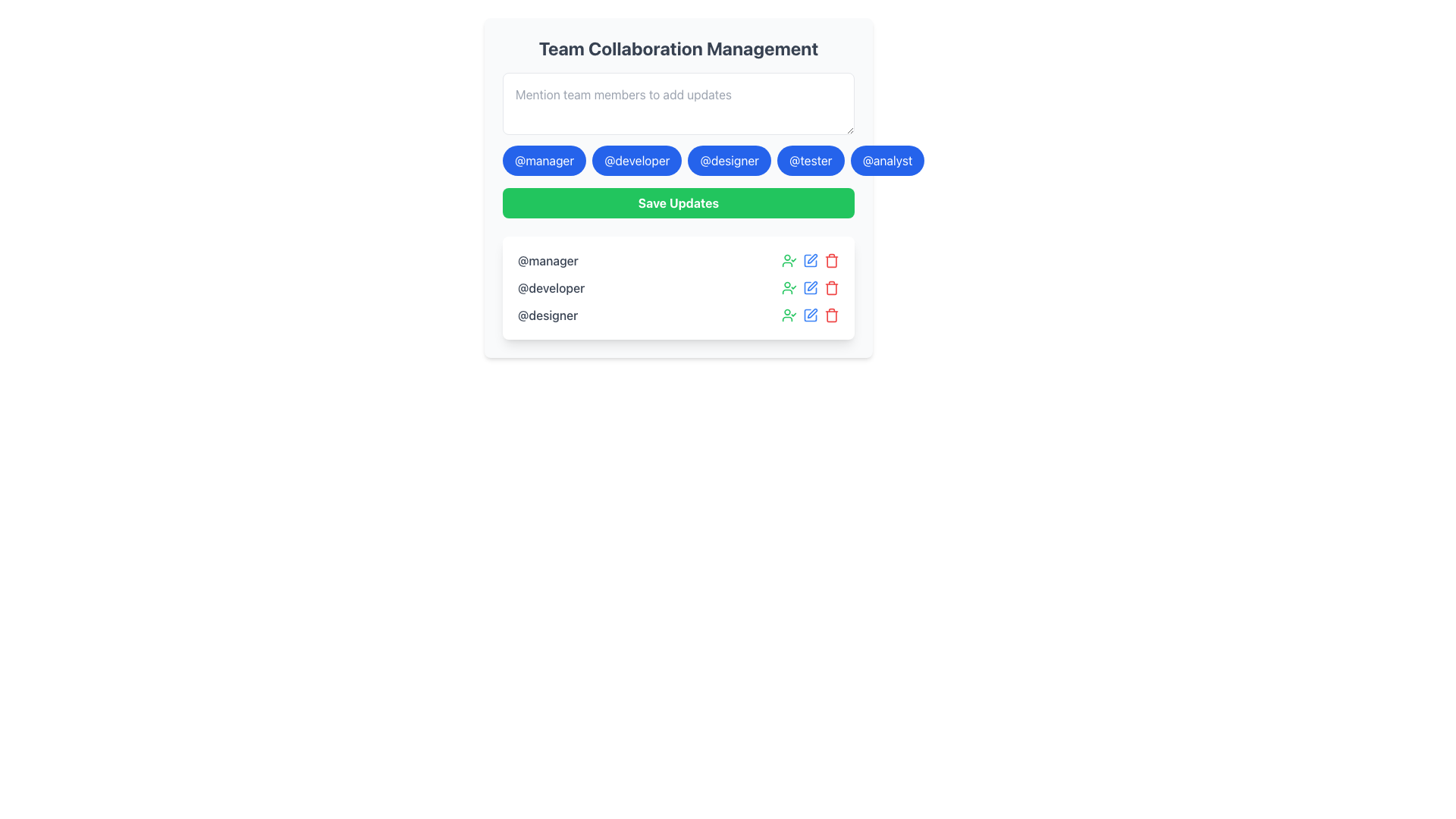 The width and height of the screenshot is (1456, 819). What do you see at coordinates (811, 258) in the screenshot?
I see `the edit pen icon, which is a minimal vector graphic styled with a thin stroke, located near the right end of the icon set corresponding to the '@manager' entry in the list` at bounding box center [811, 258].